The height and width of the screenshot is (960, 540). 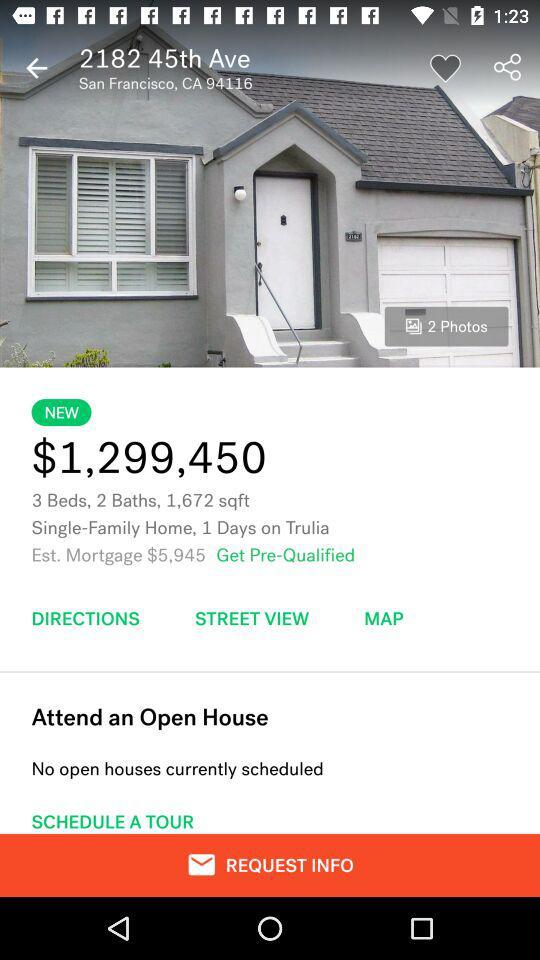 I want to click on go back, so click(x=36, y=68).